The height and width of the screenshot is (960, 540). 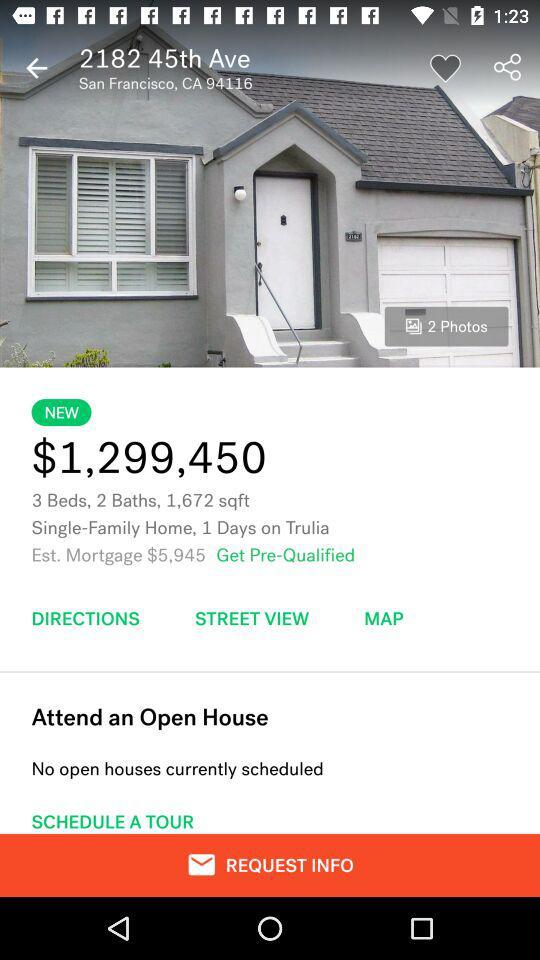 I want to click on go back, so click(x=36, y=68).